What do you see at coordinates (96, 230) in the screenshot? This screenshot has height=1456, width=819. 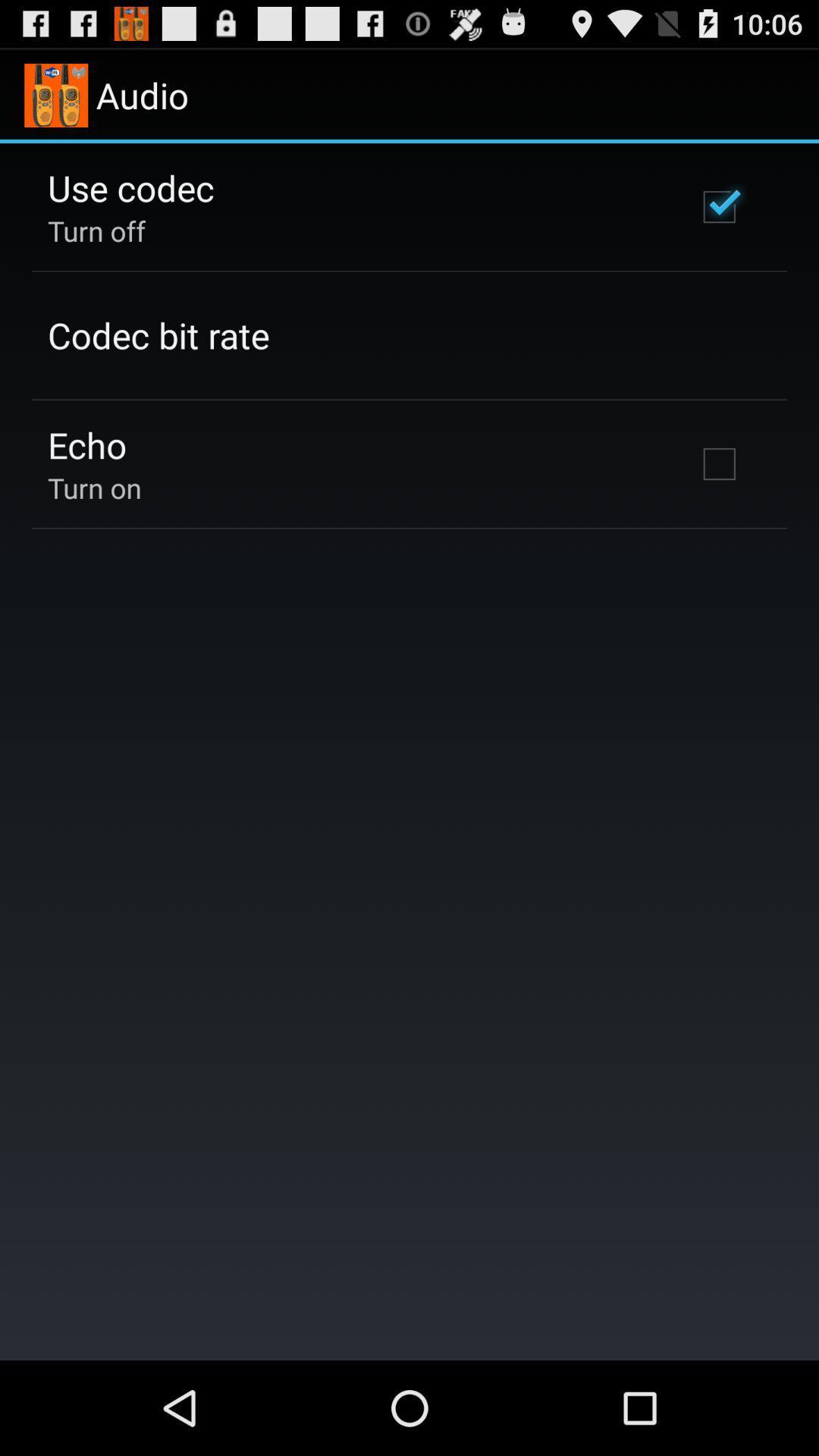 I see `item below the use codec app` at bounding box center [96, 230].